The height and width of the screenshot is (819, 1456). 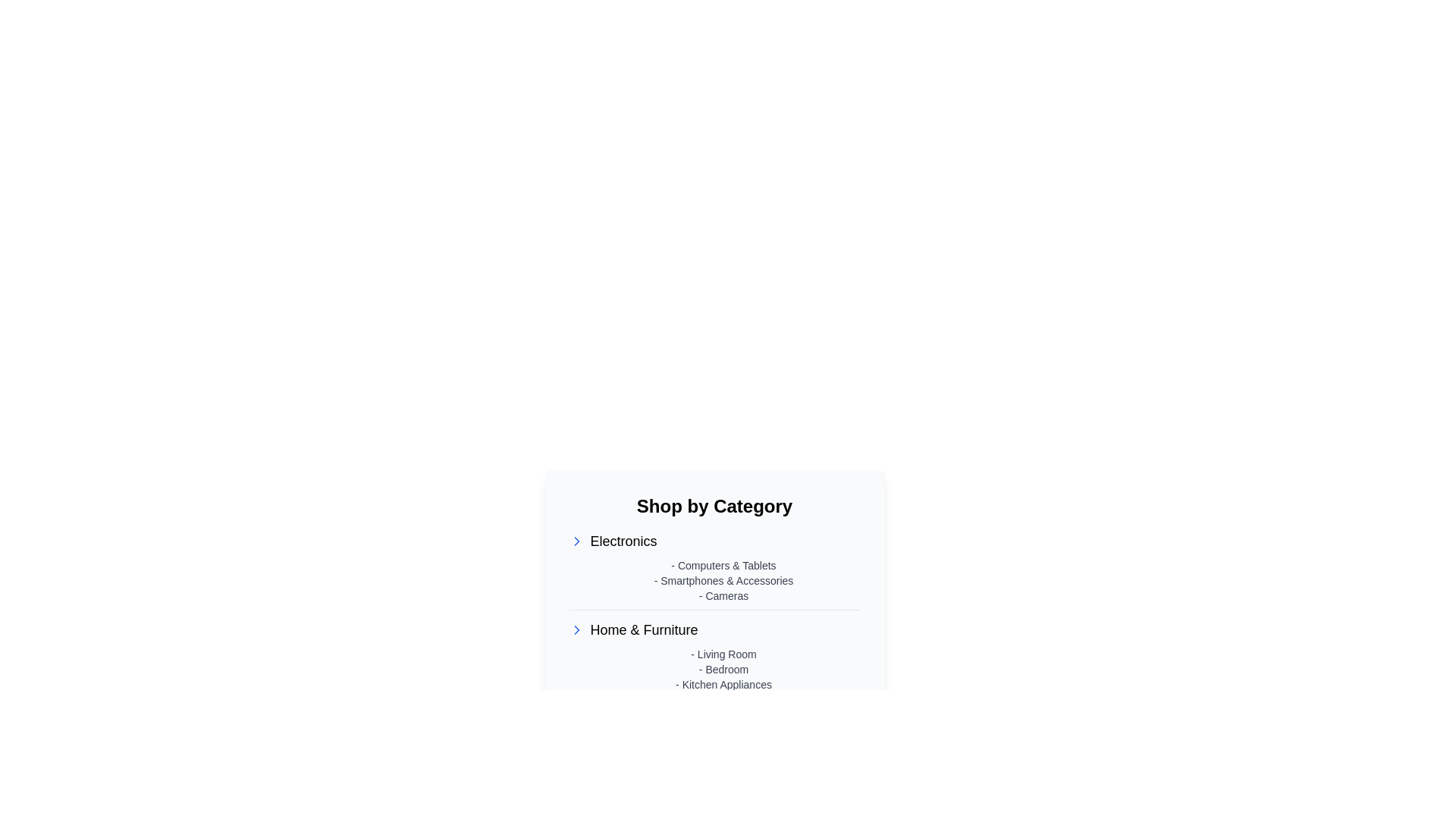 I want to click on header text 'Shop by Category' which is prominently displayed at the top of the category listings section, so click(x=714, y=506).